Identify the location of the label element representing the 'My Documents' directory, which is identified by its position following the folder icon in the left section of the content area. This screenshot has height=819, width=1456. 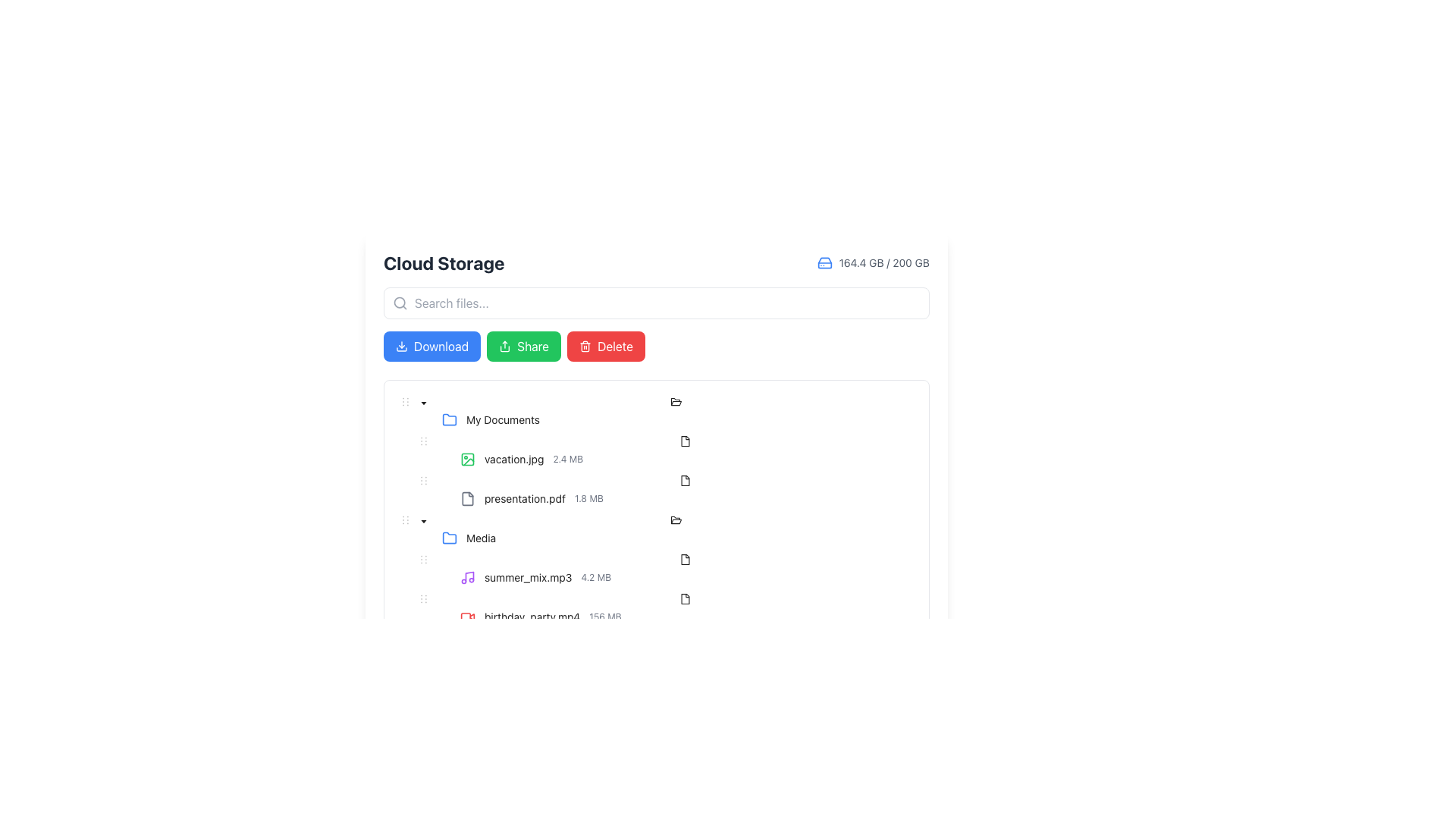
(503, 420).